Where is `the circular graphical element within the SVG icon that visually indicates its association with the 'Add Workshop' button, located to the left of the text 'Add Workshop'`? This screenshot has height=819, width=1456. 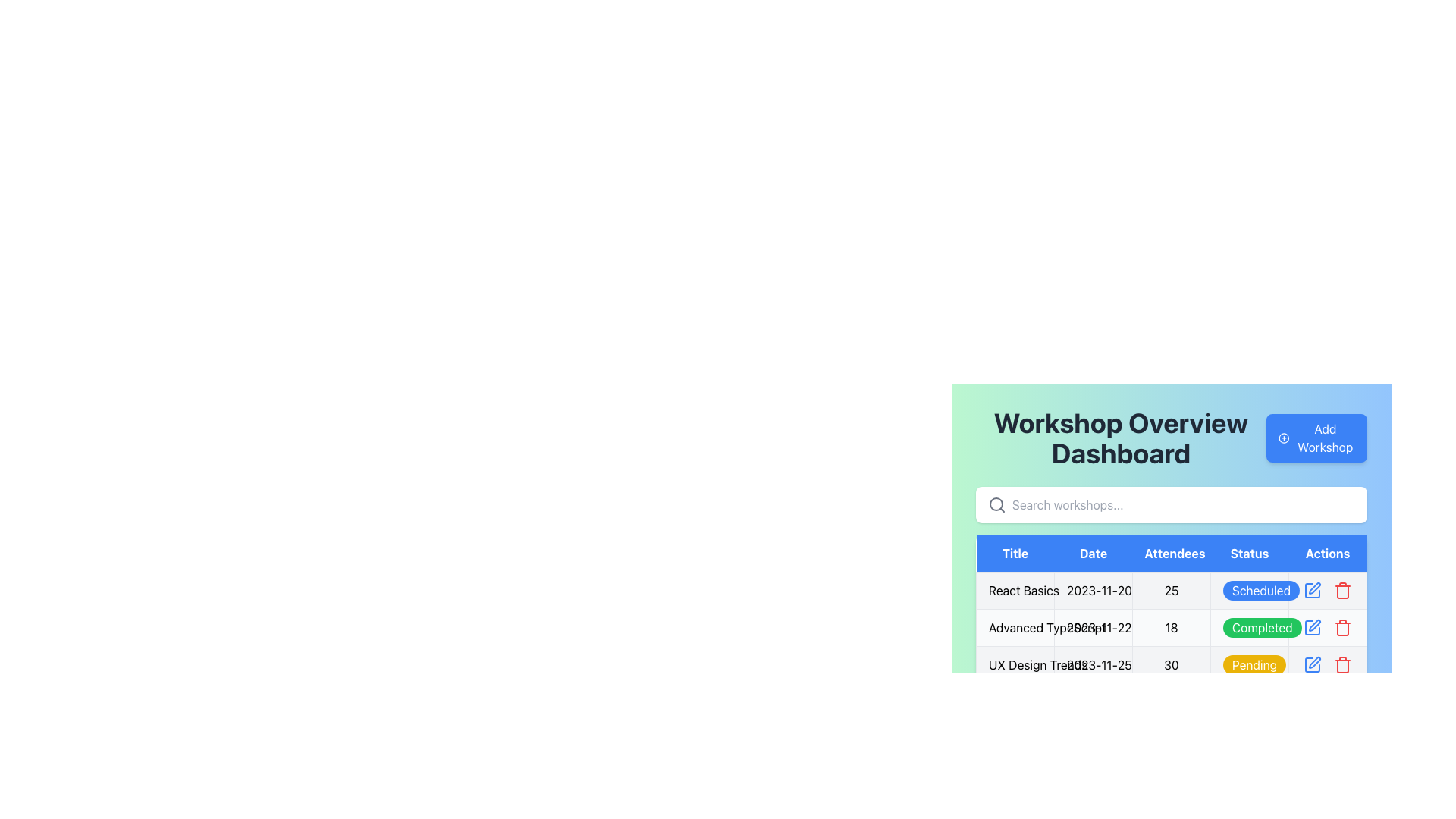 the circular graphical element within the SVG icon that visually indicates its association with the 'Add Workshop' button, located to the left of the text 'Add Workshop' is located at coordinates (1283, 438).